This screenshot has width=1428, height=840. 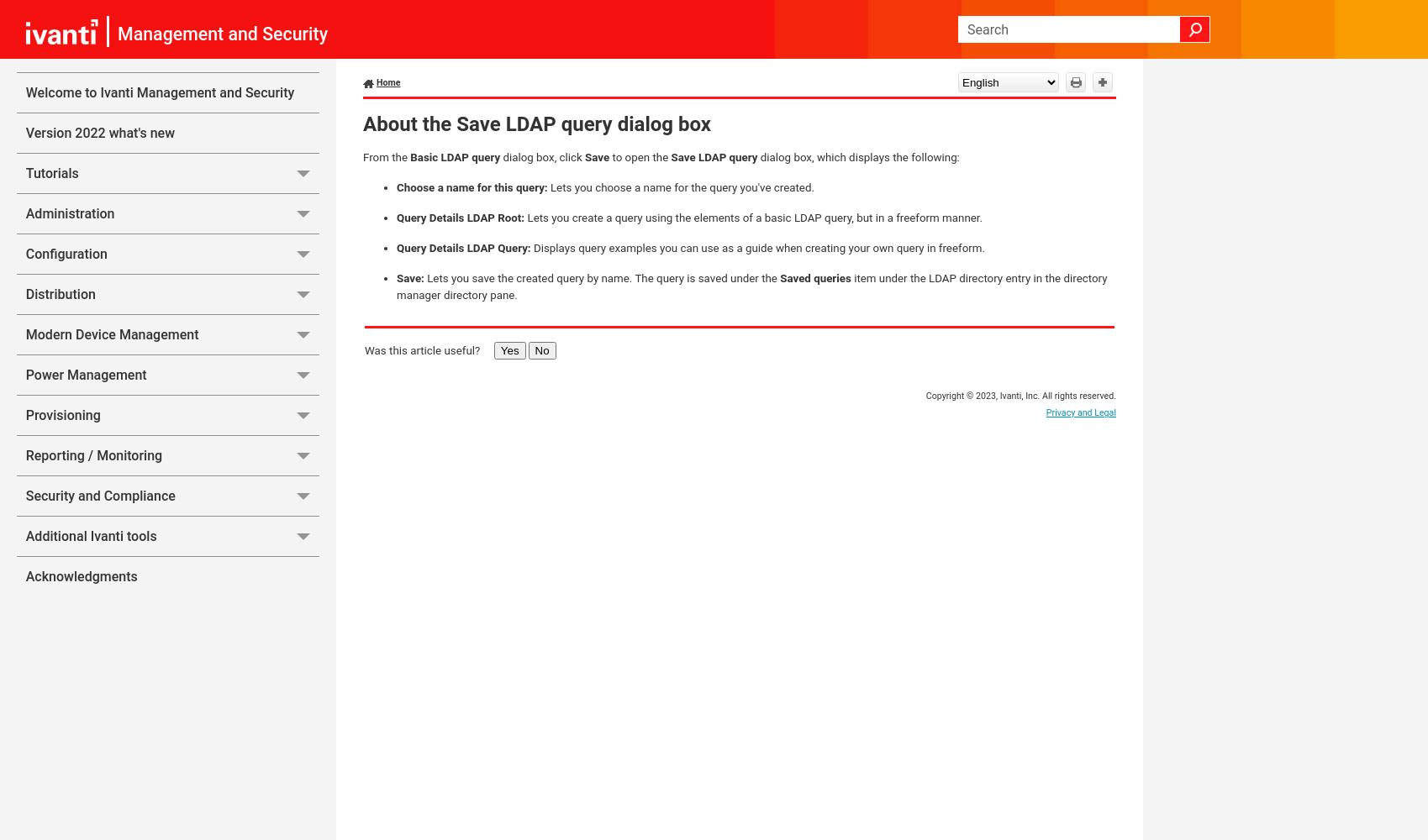 What do you see at coordinates (25, 576) in the screenshot?
I see `'Acknowledgments'` at bounding box center [25, 576].